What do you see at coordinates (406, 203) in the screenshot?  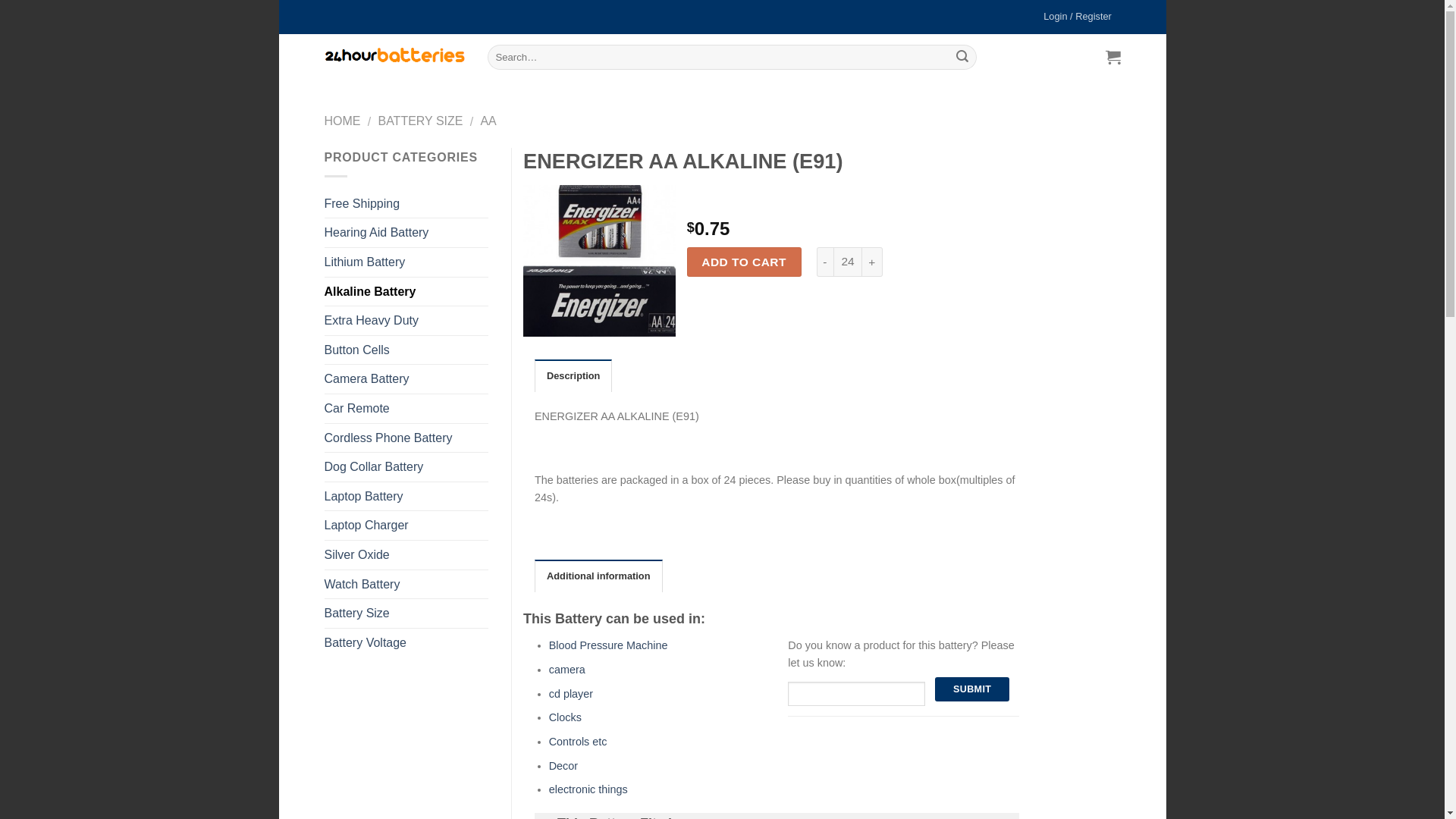 I see `'Free Shipping'` at bounding box center [406, 203].